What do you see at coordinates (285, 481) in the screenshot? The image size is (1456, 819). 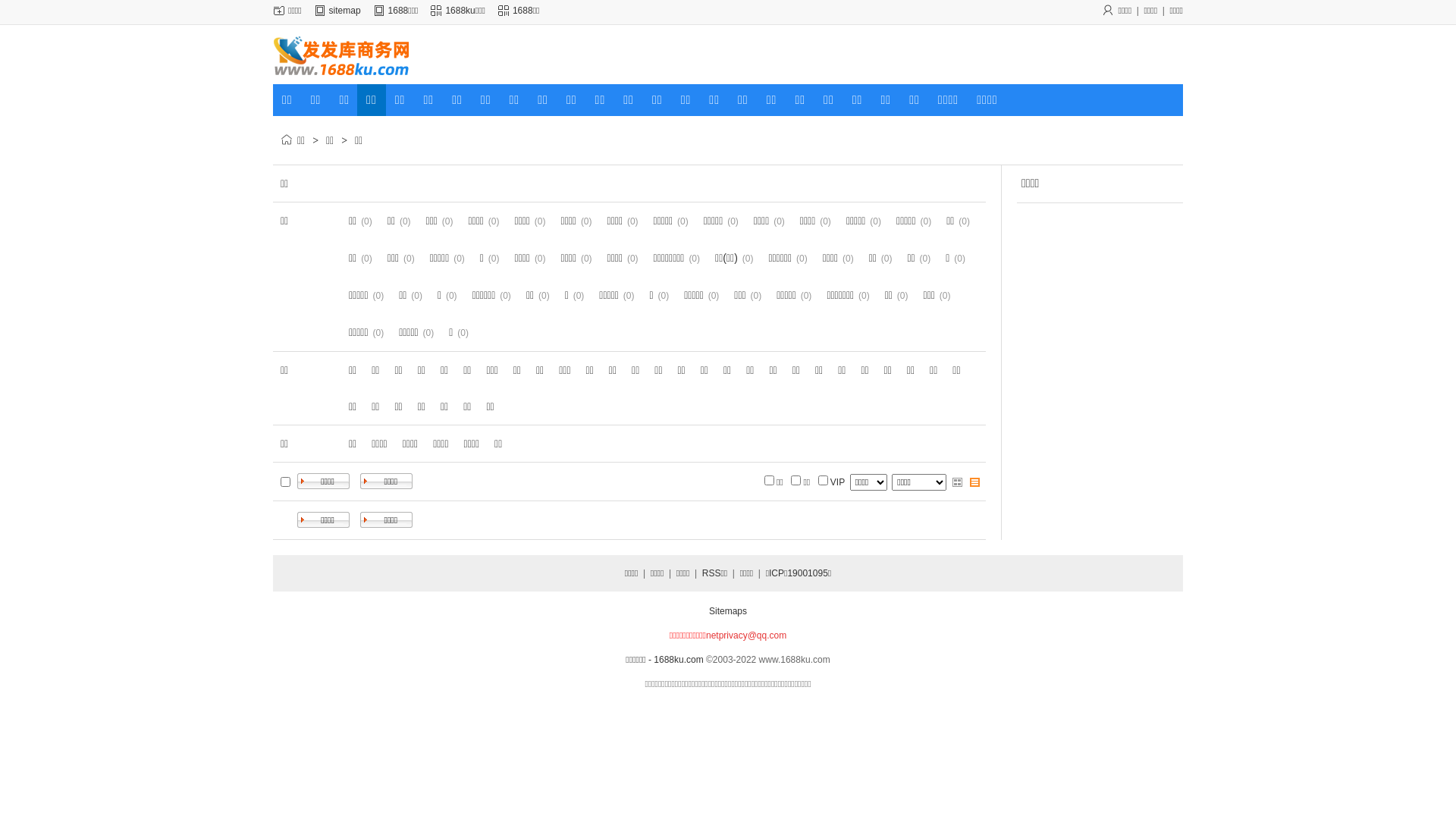 I see `'on'` at bounding box center [285, 481].